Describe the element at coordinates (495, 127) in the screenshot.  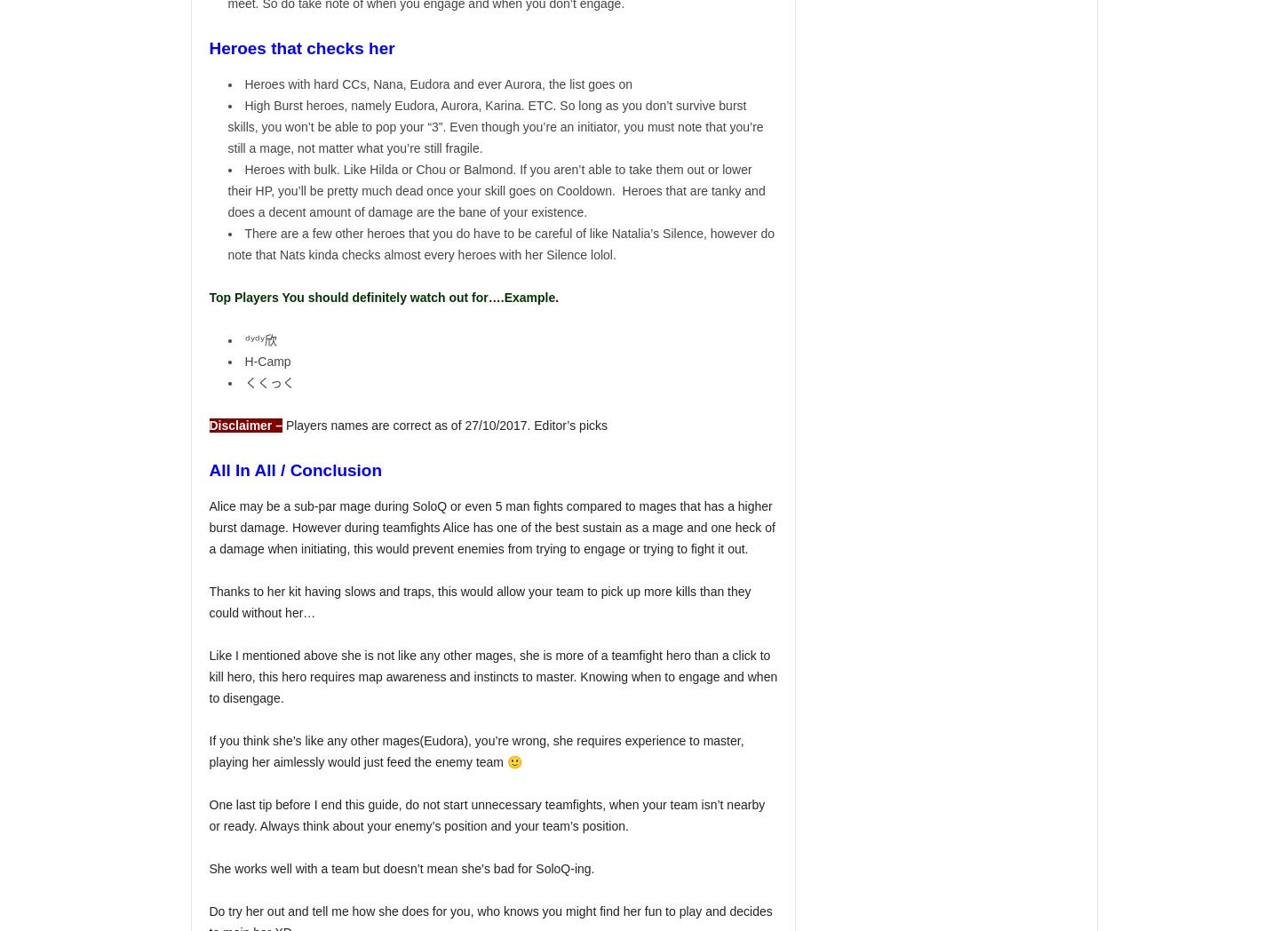
I see `'High Burst heroes, namely Eudora, Aurora, Karina. ETC. So long as you don’t survive burst skills, you won’t be able to pop your “3”. Even though you’re an initiator, you must note that you’re still a mage, not matter what you’re still fragile.'` at that location.